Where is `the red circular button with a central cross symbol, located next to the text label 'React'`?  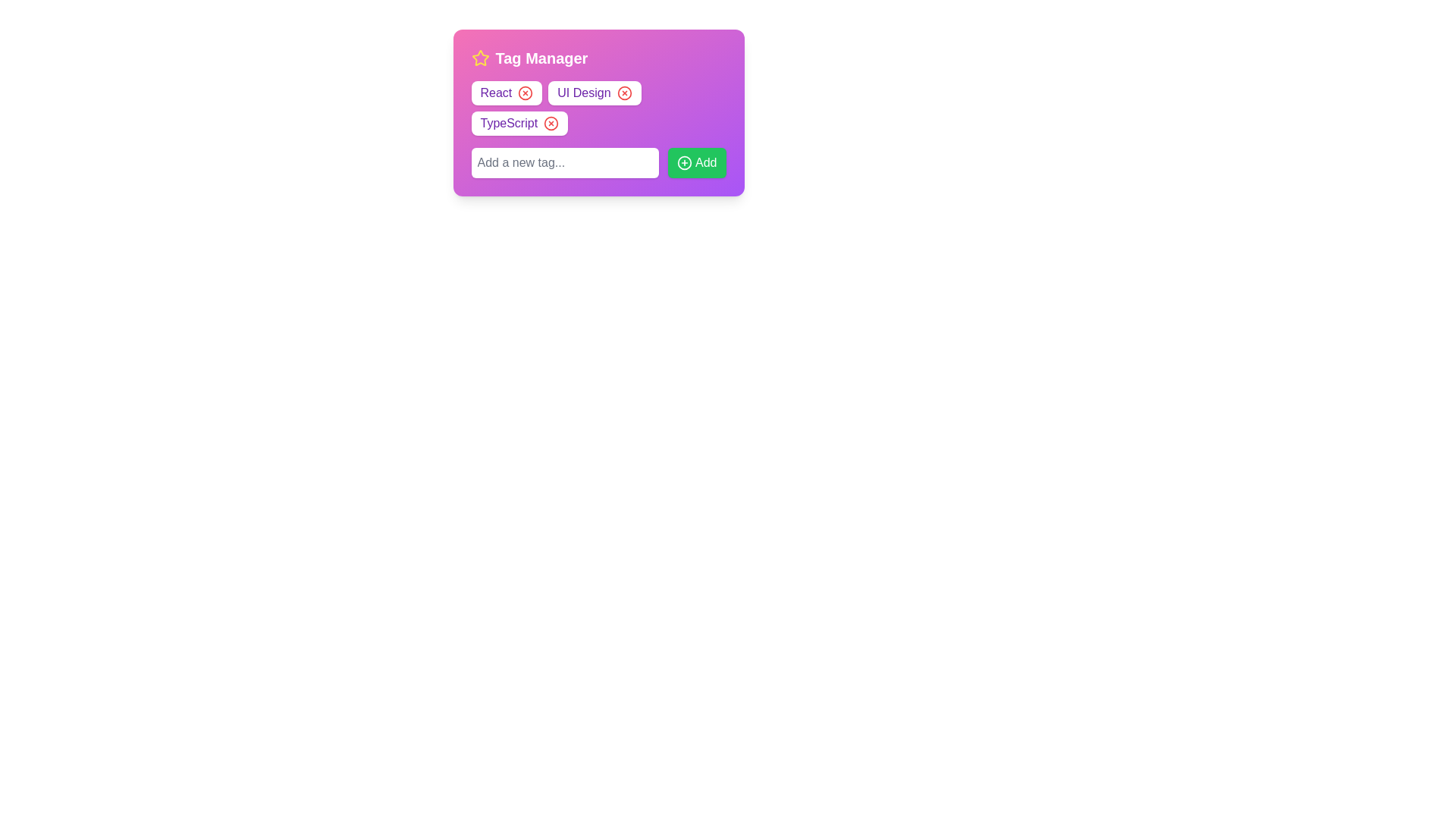
the red circular button with a central cross symbol, located next to the text label 'React' is located at coordinates (526, 93).